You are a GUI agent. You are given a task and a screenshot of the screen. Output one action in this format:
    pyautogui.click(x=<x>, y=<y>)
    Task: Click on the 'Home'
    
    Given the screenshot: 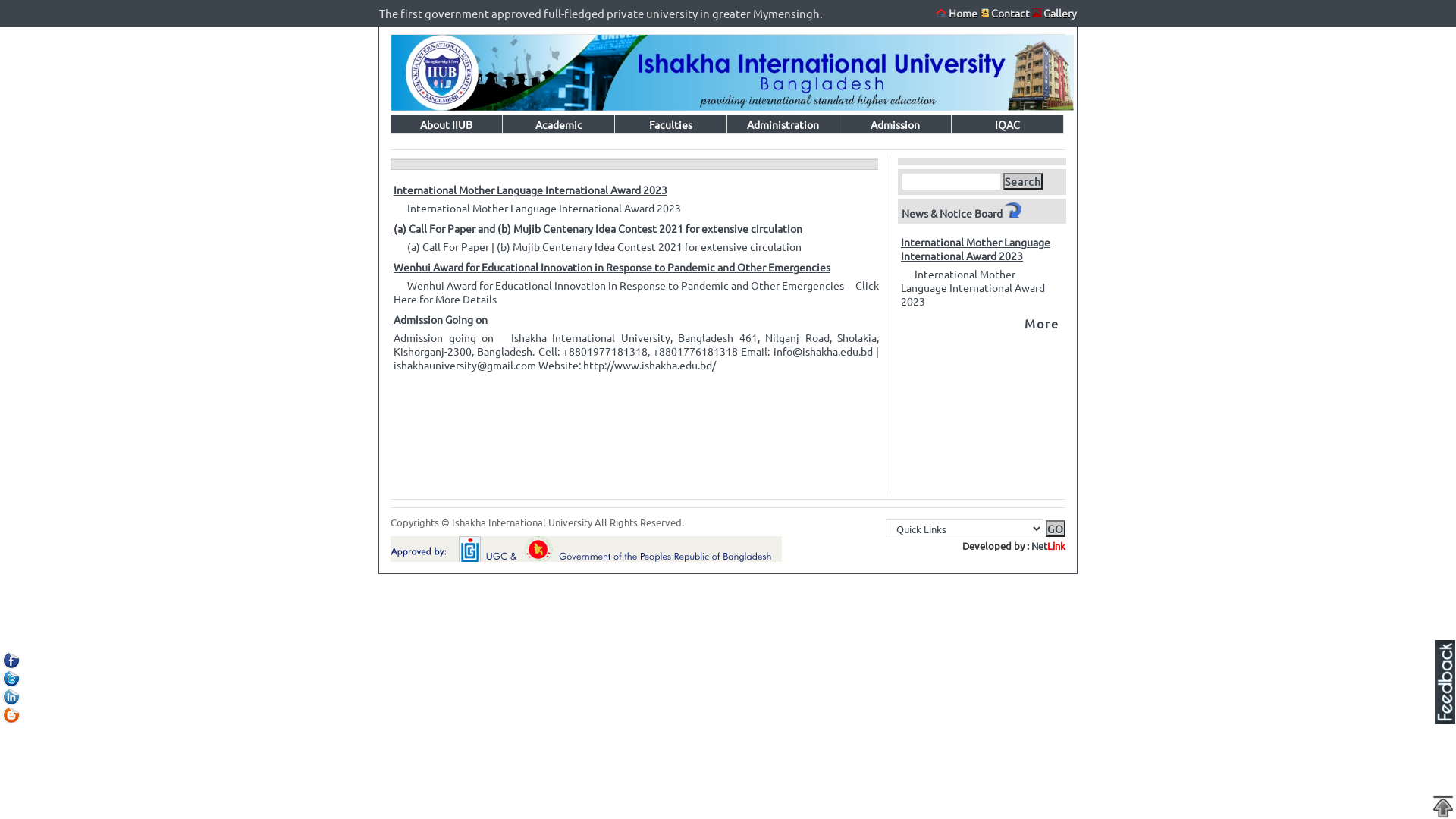 What is the action you would take?
    pyautogui.click(x=956, y=12)
    